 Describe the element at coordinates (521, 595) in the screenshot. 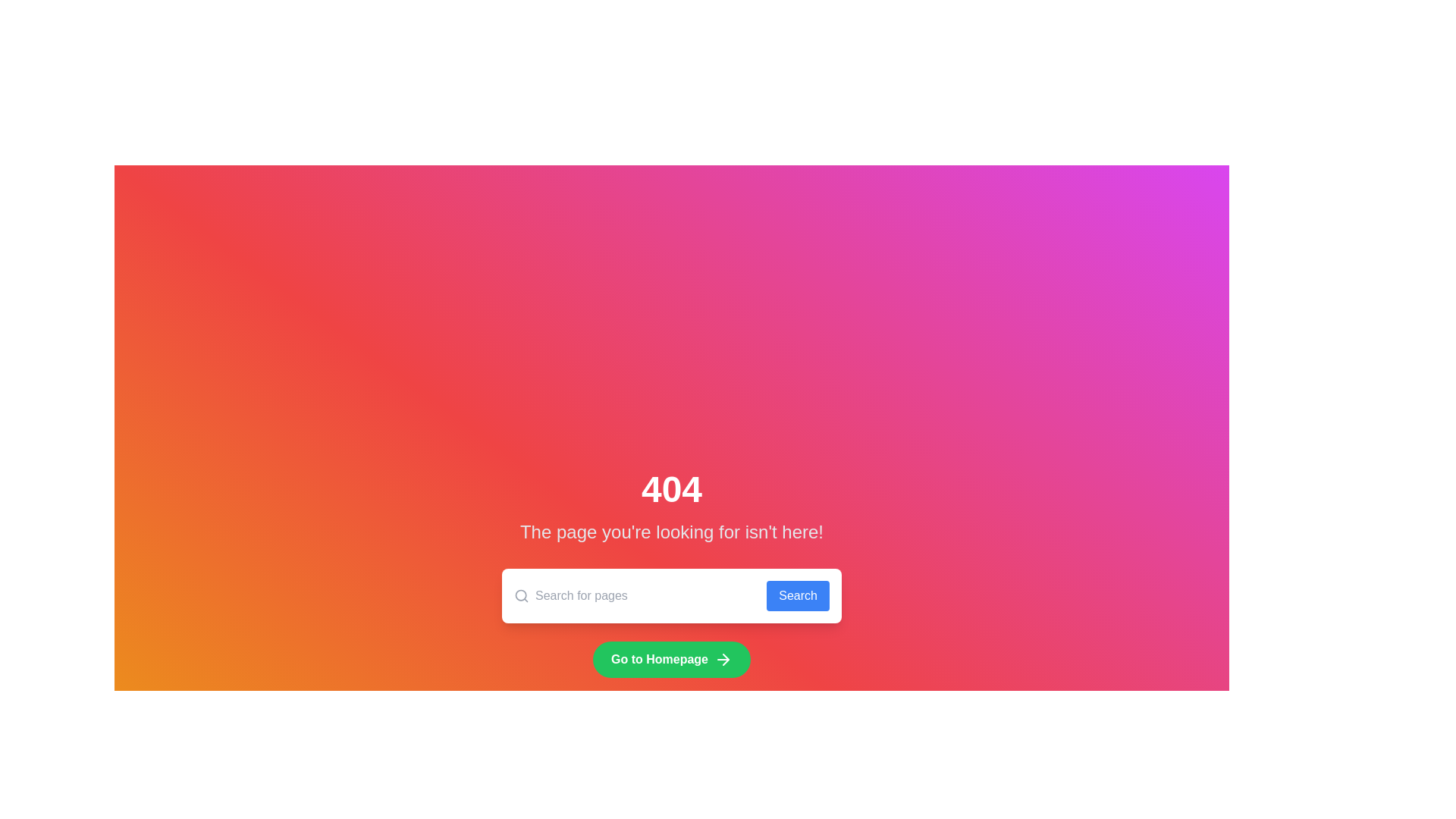

I see `the small gray search icon resembling a magnifying glass located at the start of the search bar, which is inside a white rounded rectangle` at that location.